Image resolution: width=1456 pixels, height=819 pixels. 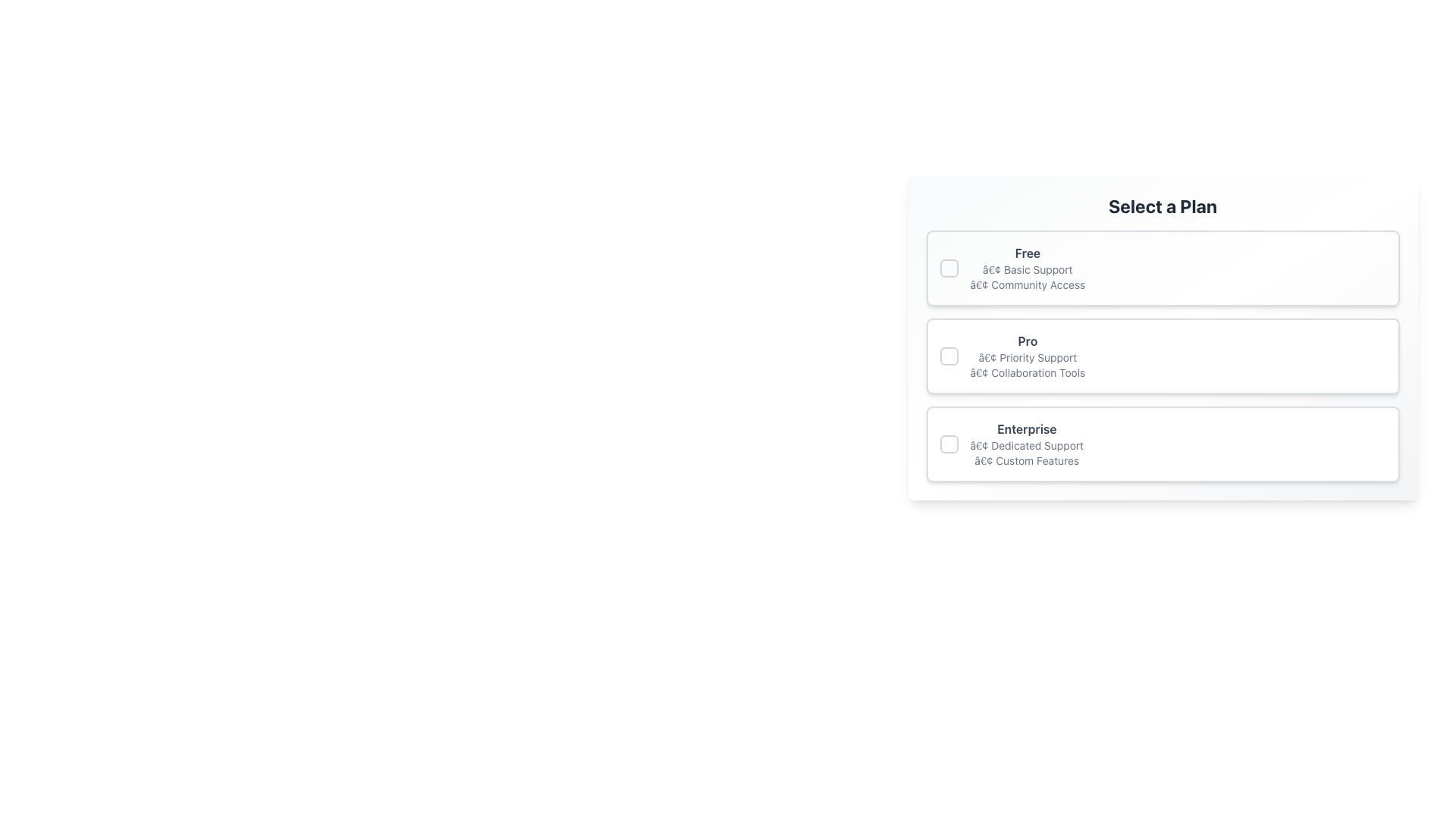 What do you see at coordinates (1162, 337) in the screenshot?
I see `the 'Pro' selection card, which is the second card in a vertical list of three options under the 'Select a Plan' section, featuring a white background and rounded corners` at bounding box center [1162, 337].